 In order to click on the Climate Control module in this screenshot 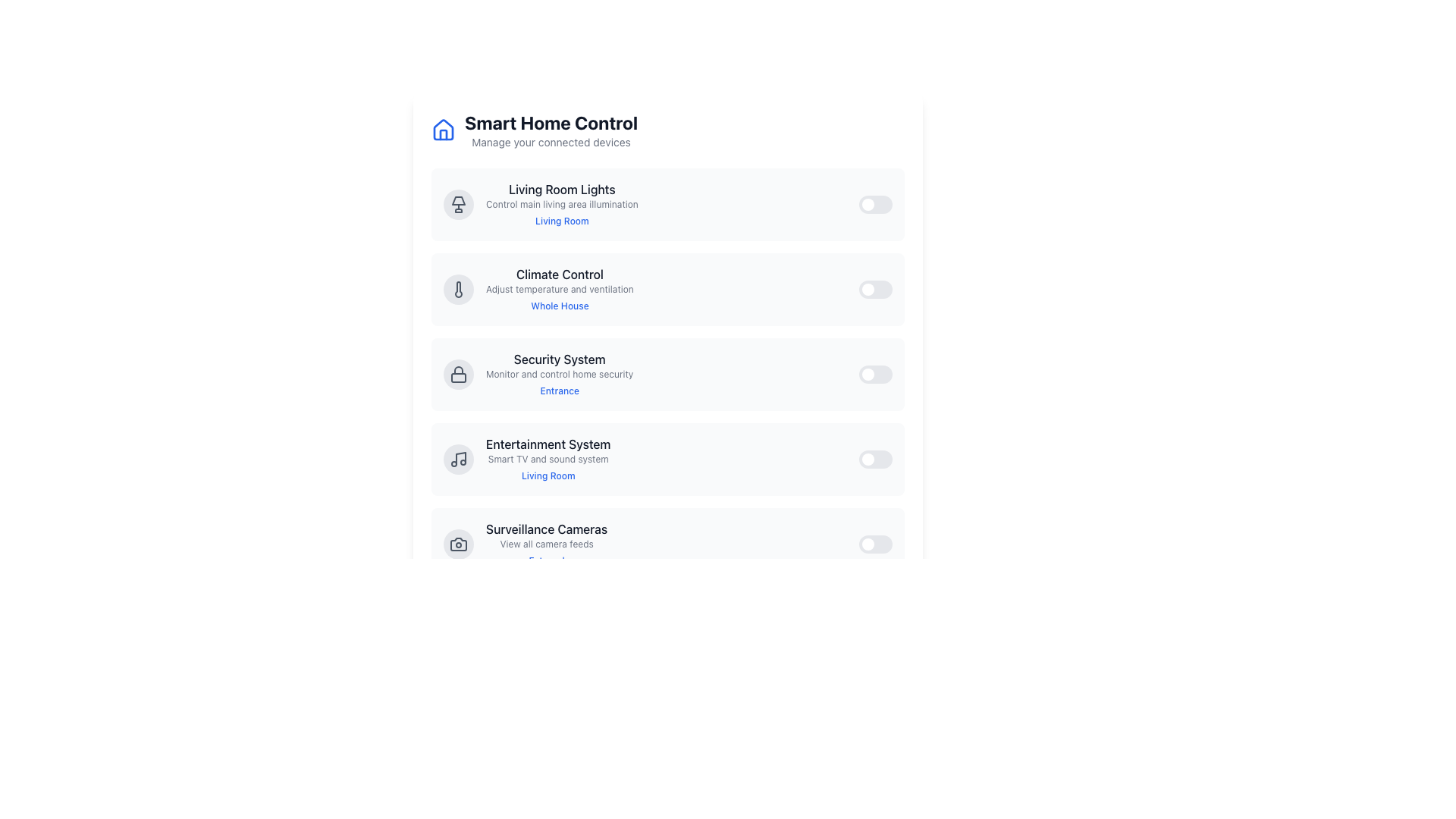, I will do `click(559, 289)`.